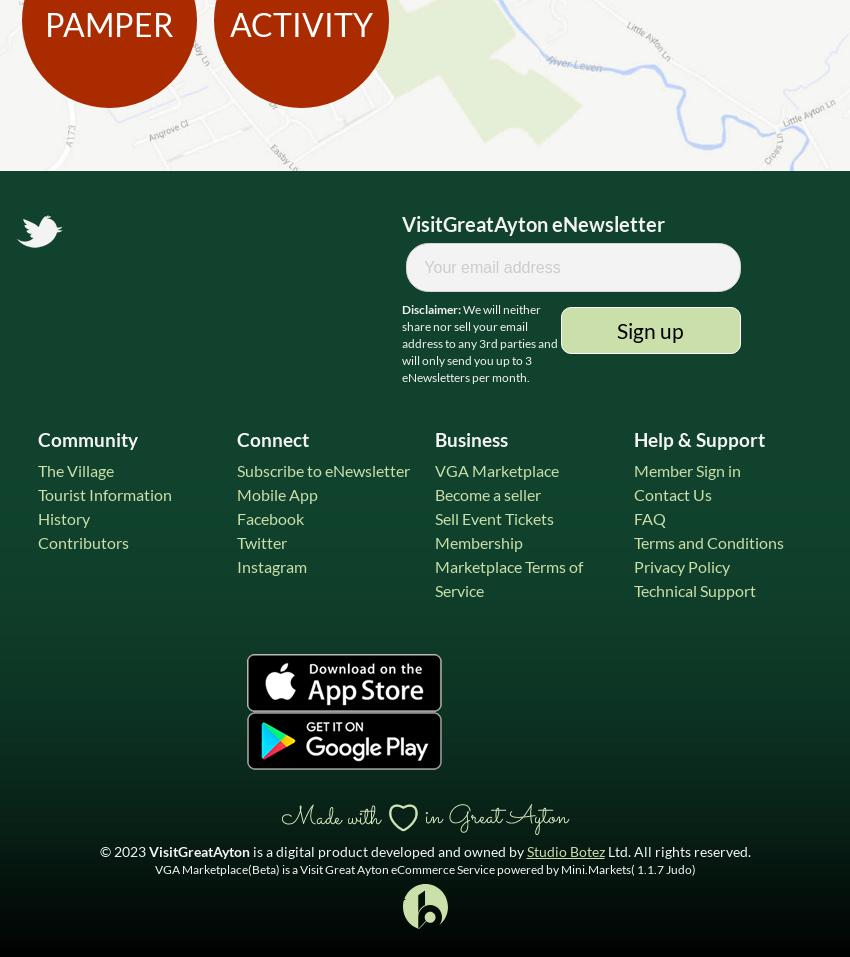  What do you see at coordinates (471, 438) in the screenshot?
I see `'Business'` at bounding box center [471, 438].